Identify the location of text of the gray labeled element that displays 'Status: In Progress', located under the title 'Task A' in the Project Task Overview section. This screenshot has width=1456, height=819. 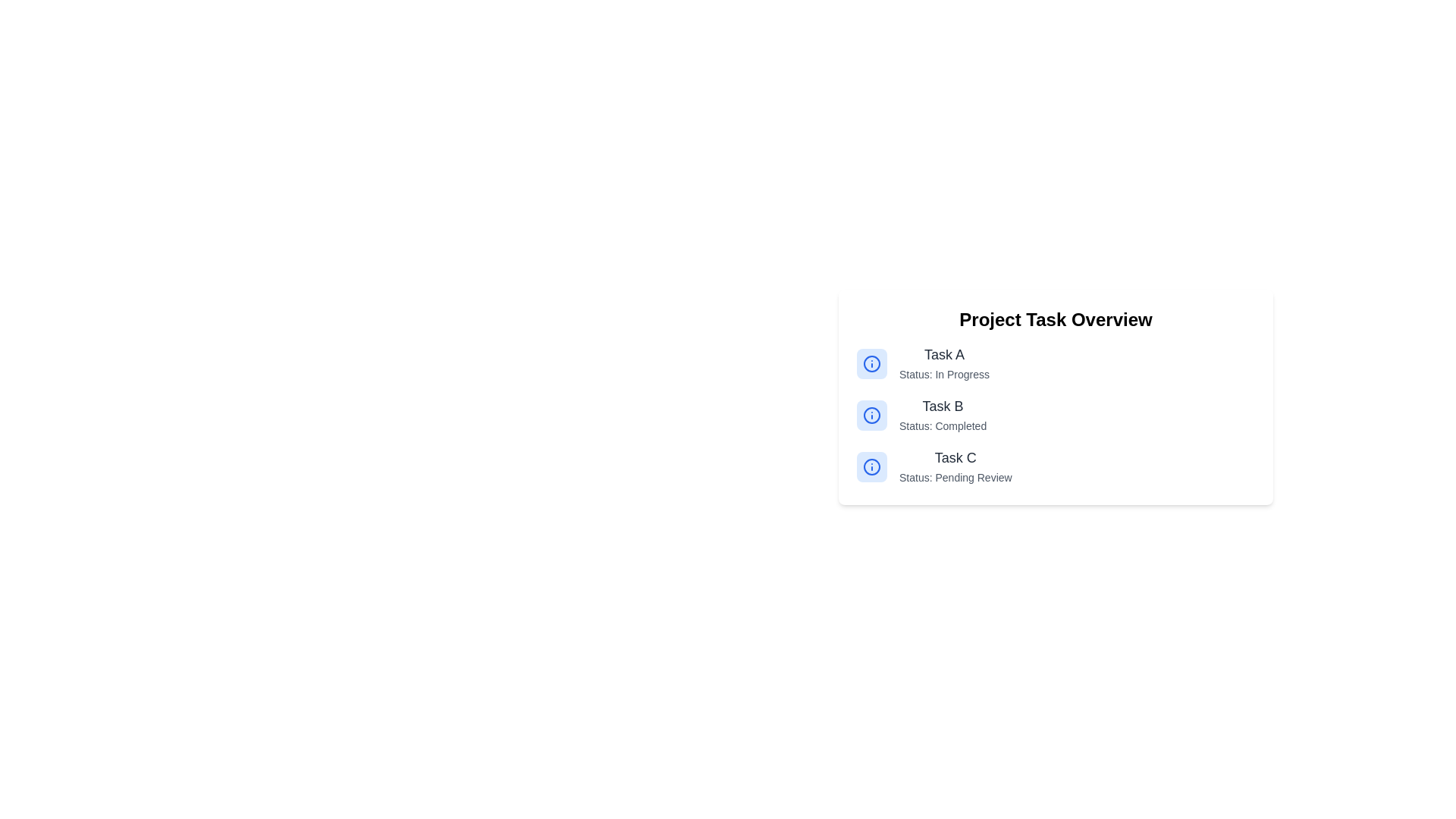
(943, 374).